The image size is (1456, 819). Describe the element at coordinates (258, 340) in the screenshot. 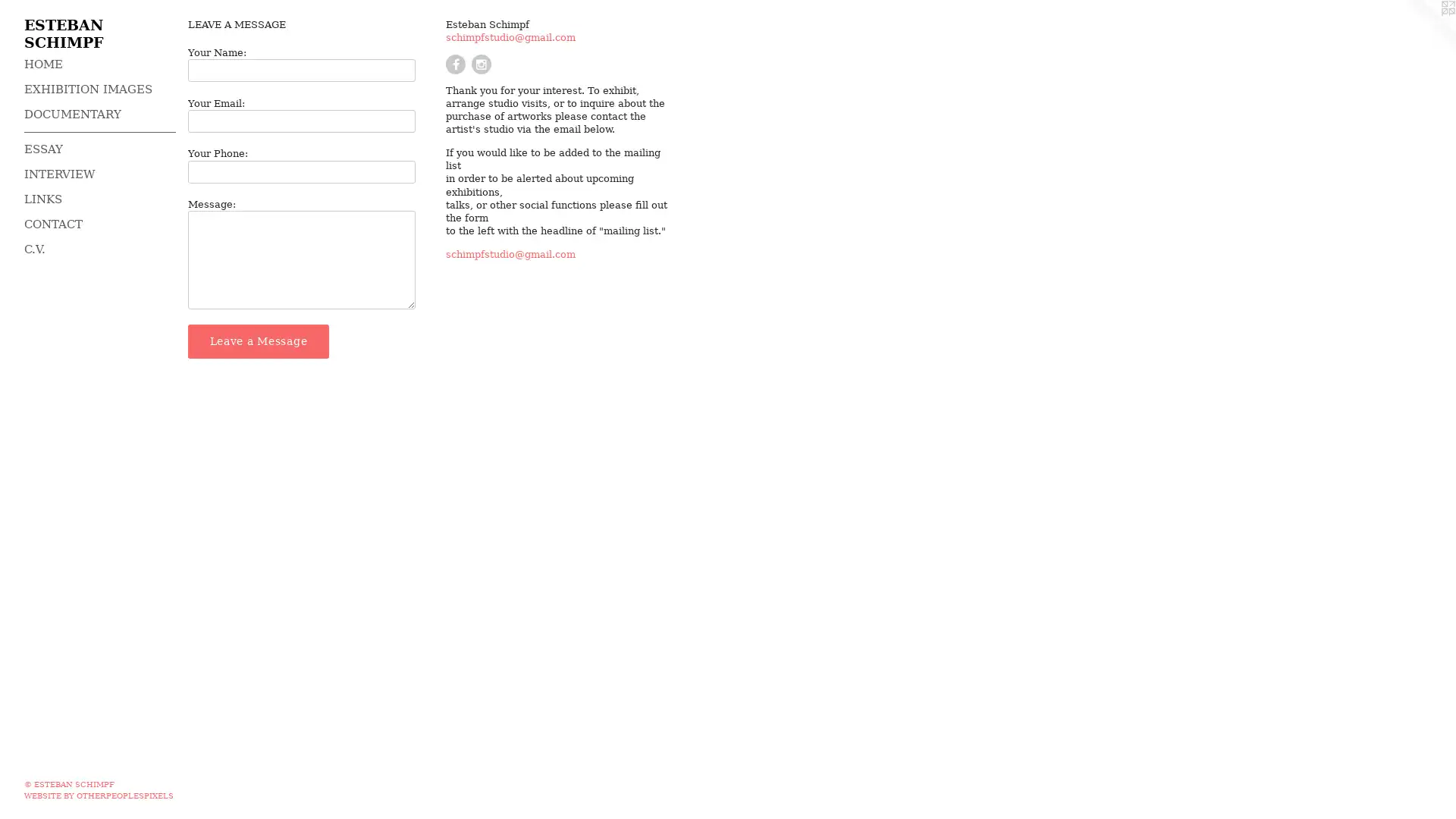

I see `Leave a Message` at that location.